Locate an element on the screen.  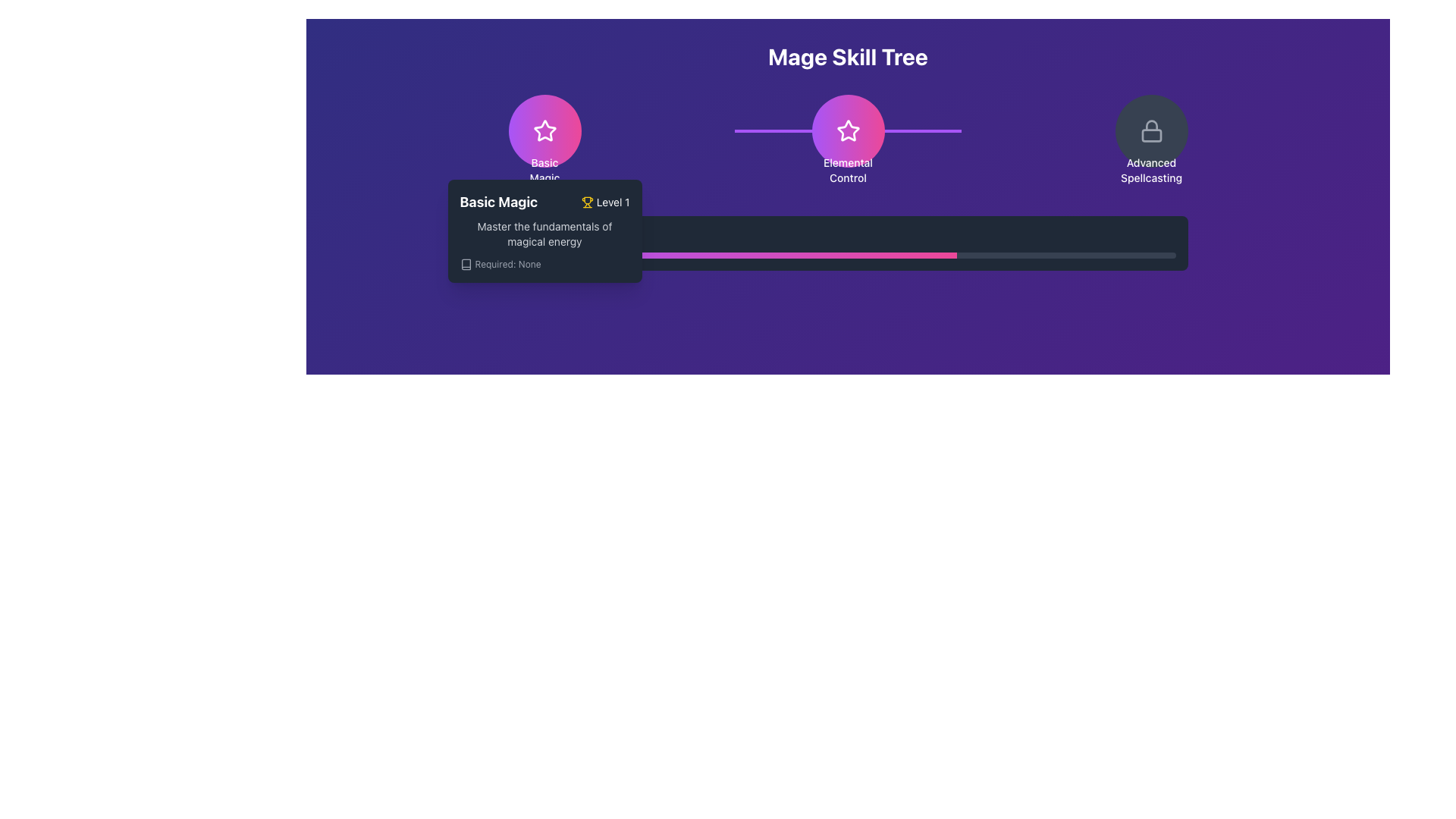
the star-shaped icon with a pink-to-purple gradient fill located in the 'Elemental Control' section of the 'Mage Skill Tree' interface to interact or select the skill is located at coordinates (847, 130).